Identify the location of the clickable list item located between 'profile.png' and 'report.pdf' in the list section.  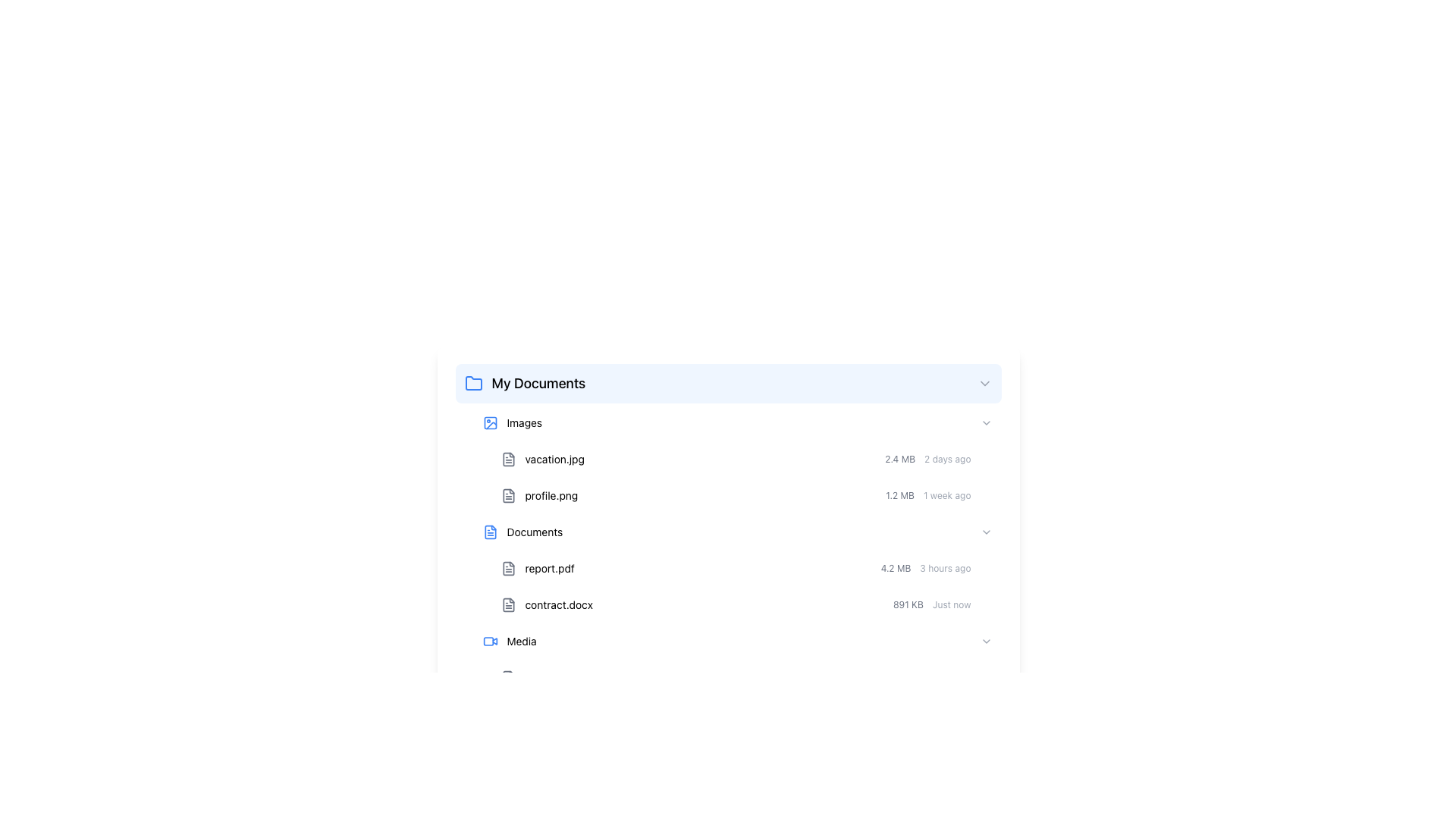
(737, 532).